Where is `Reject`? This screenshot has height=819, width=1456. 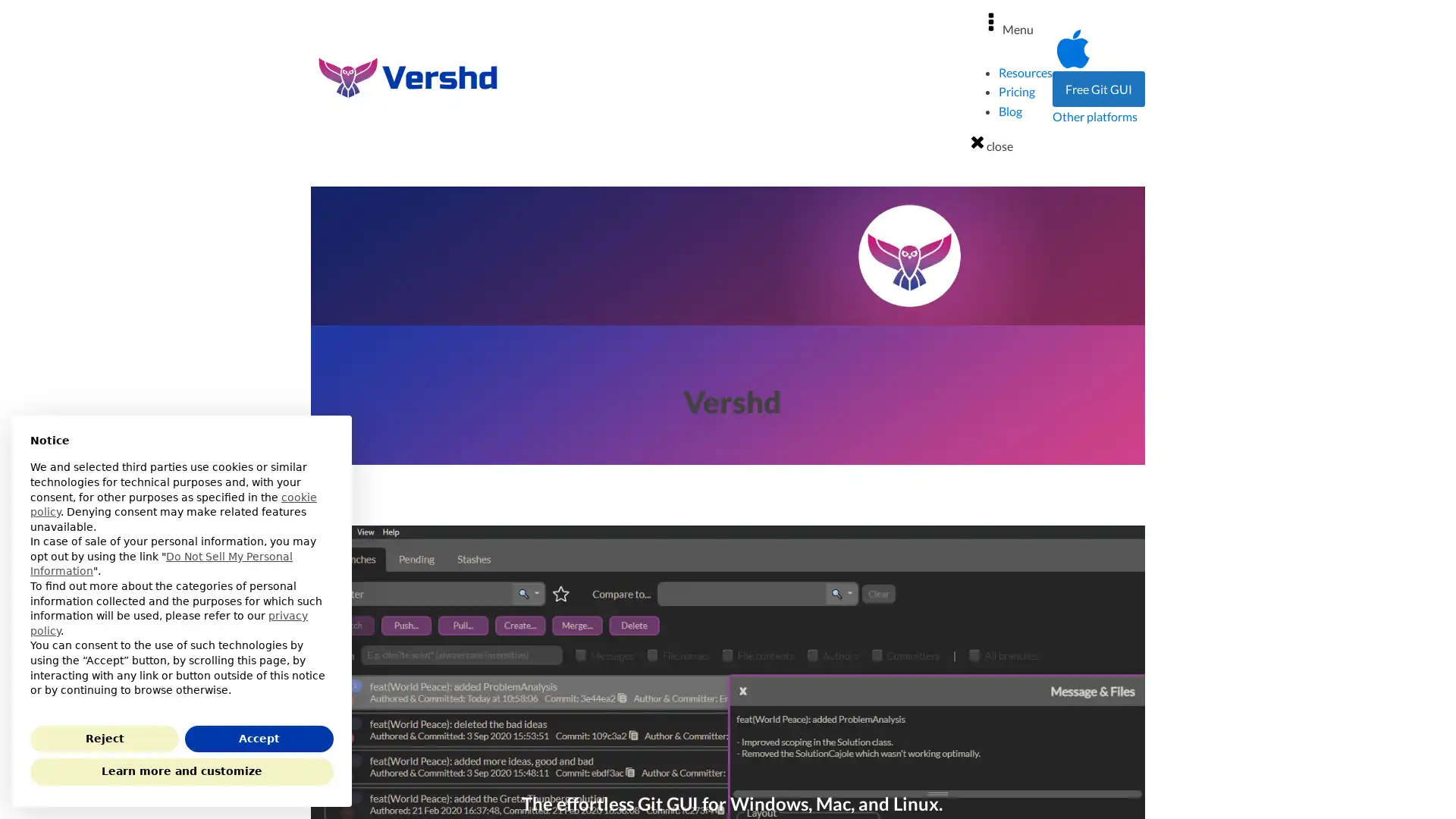 Reject is located at coordinates (104, 738).